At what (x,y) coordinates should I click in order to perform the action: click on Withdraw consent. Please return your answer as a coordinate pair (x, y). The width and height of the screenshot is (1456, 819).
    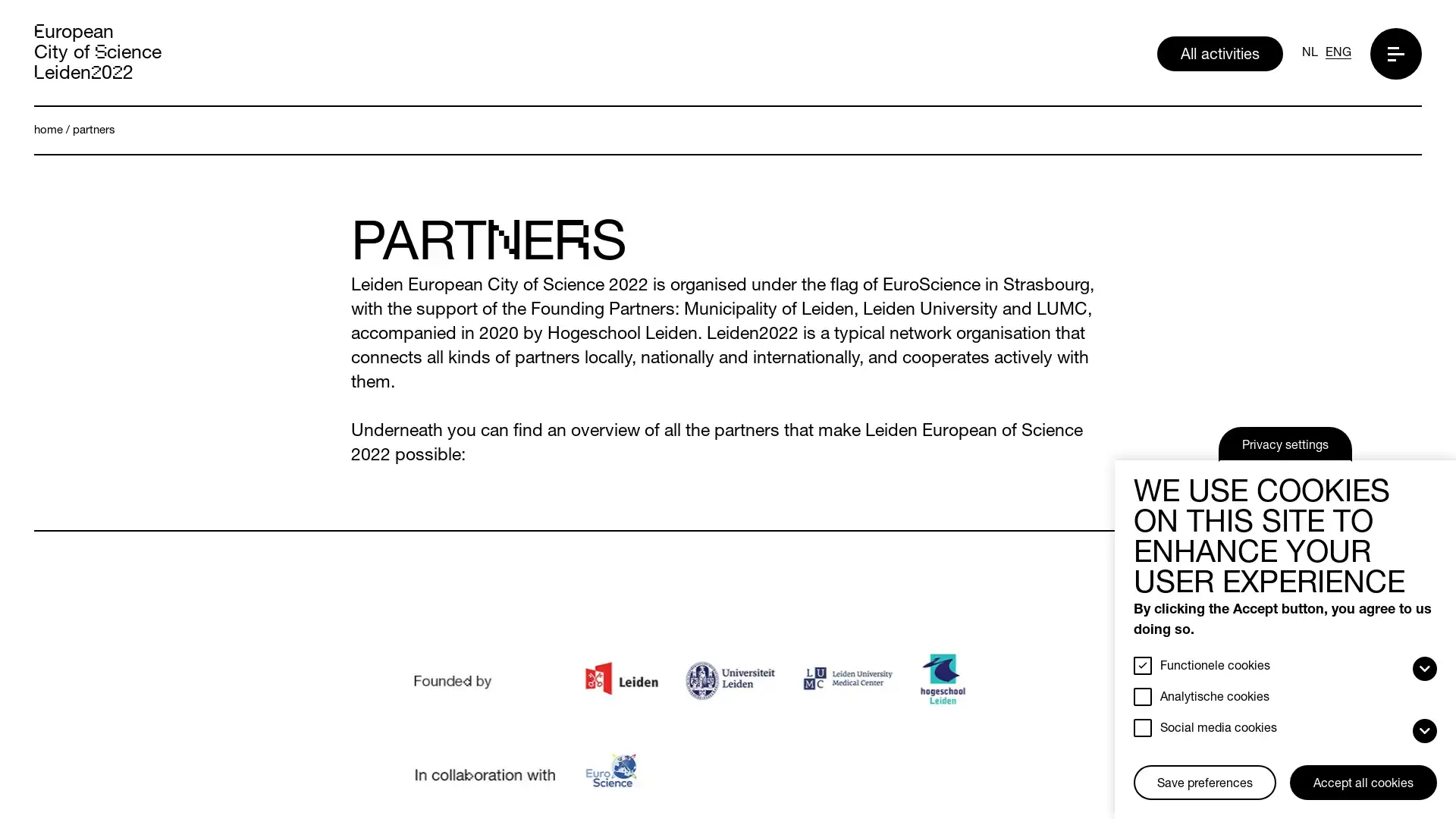
    Looking at the image, I should click on (1139, 767).